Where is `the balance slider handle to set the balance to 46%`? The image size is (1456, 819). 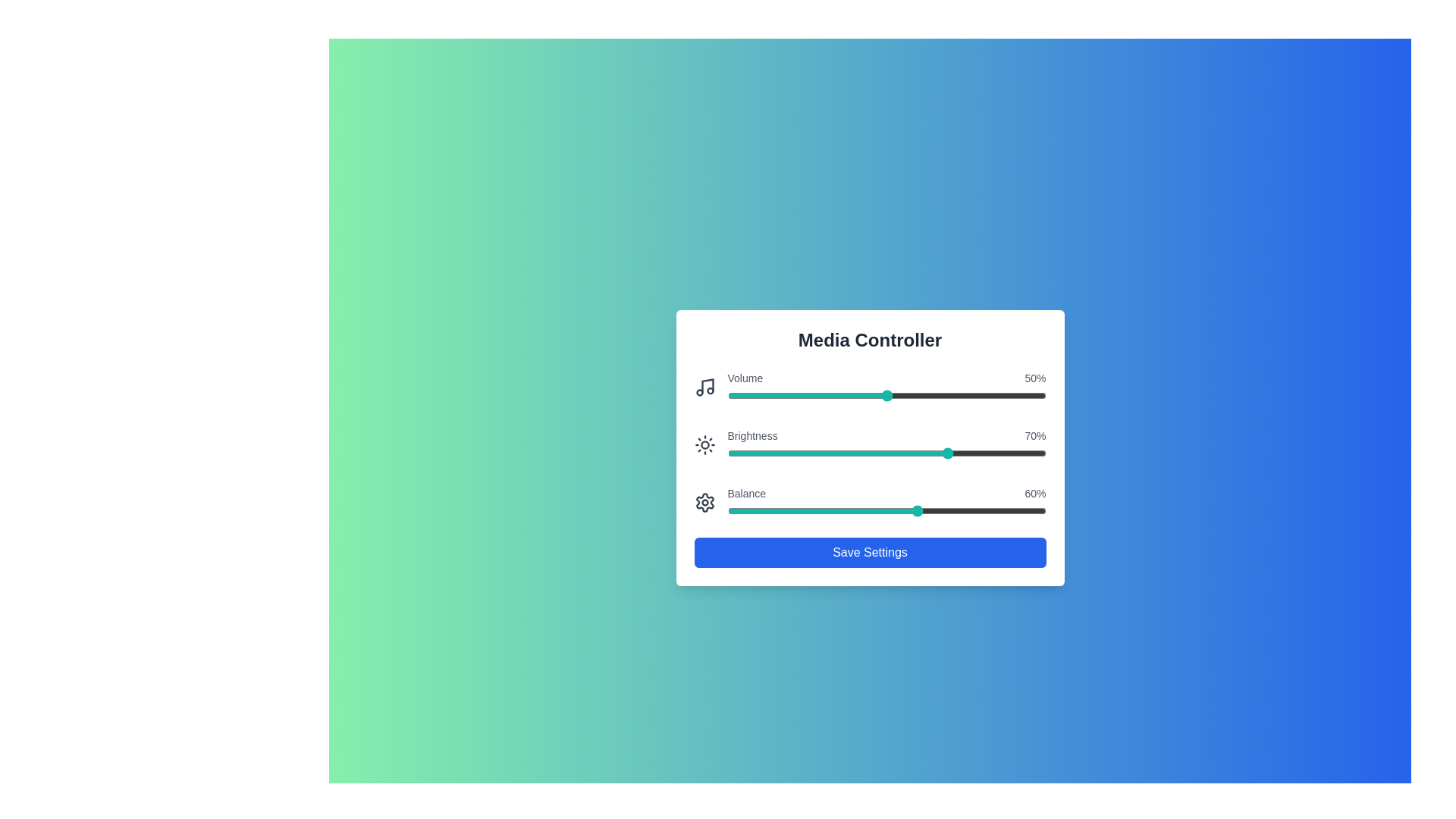
the balance slider handle to set the balance to 46% is located at coordinates (874, 511).